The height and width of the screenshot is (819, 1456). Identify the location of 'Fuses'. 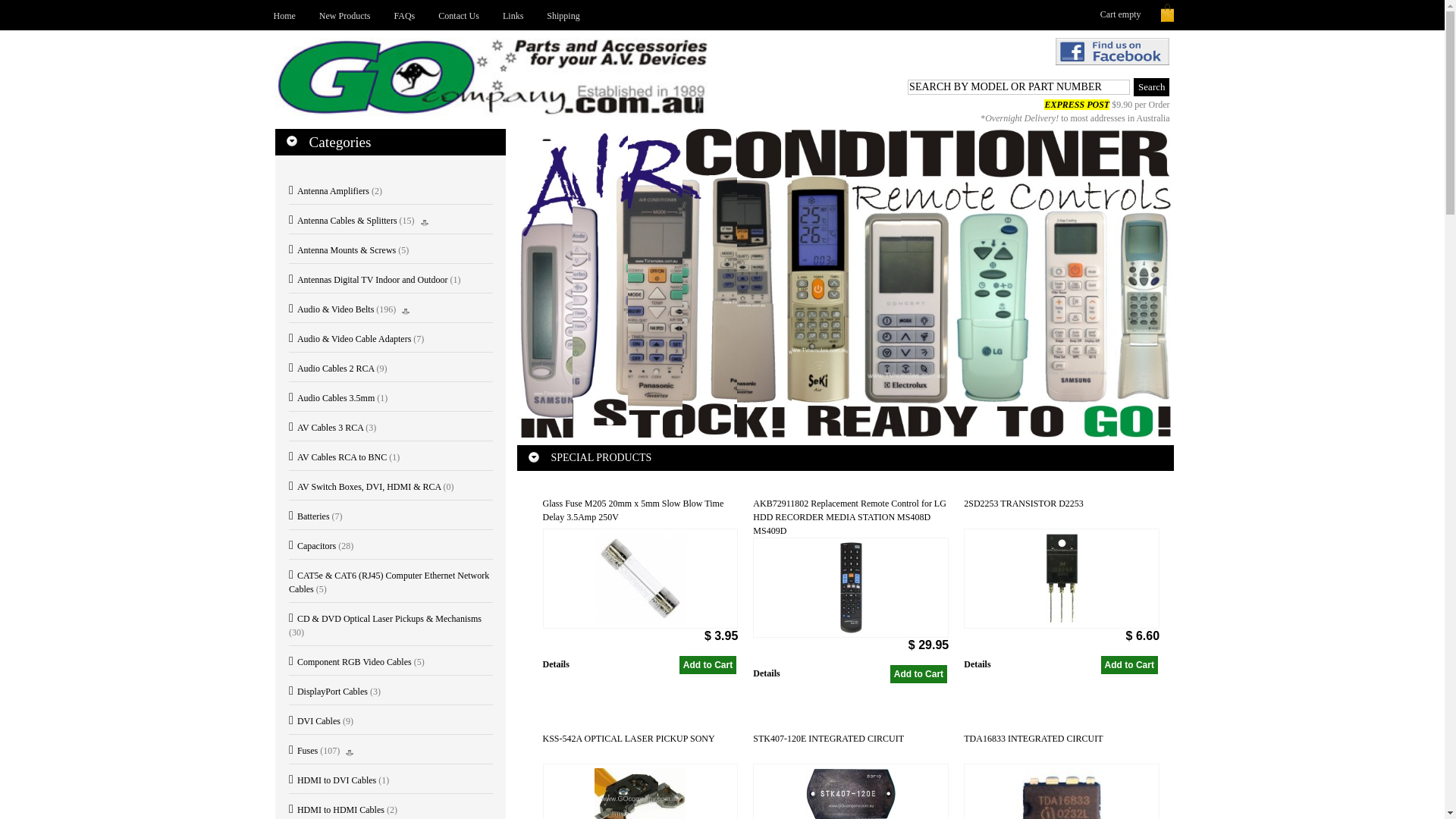
(303, 751).